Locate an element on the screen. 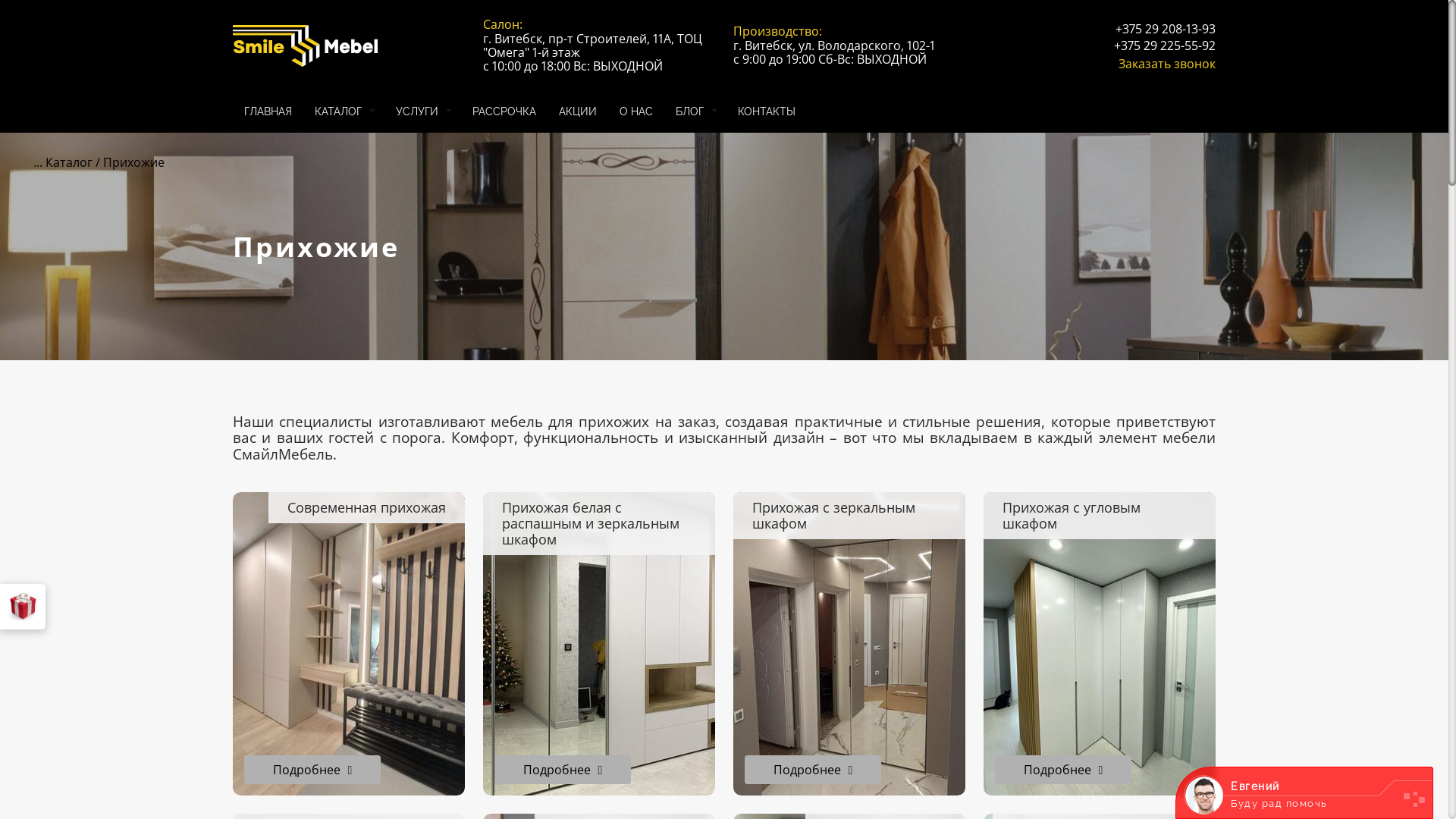 This screenshot has width=1456, height=819. '+375 29 208-13-93' is located at coordinates (1164, 29).